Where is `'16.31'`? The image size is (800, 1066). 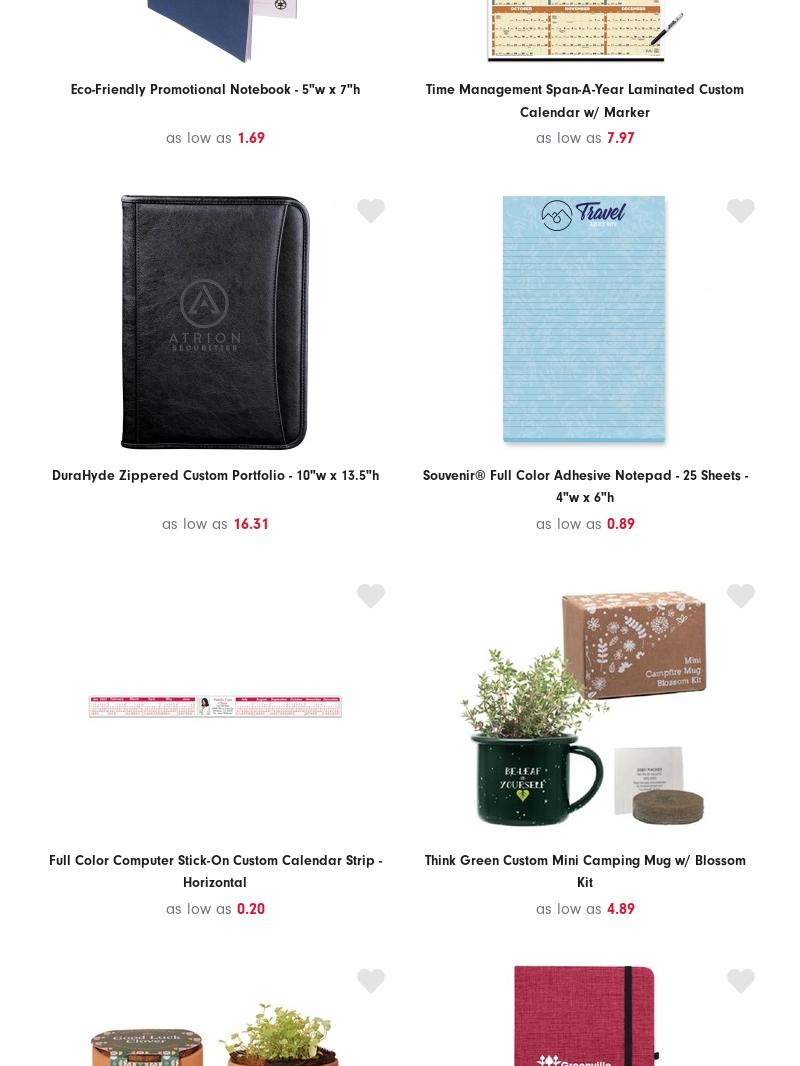
'16.31' is located at coordinates (231, 522).